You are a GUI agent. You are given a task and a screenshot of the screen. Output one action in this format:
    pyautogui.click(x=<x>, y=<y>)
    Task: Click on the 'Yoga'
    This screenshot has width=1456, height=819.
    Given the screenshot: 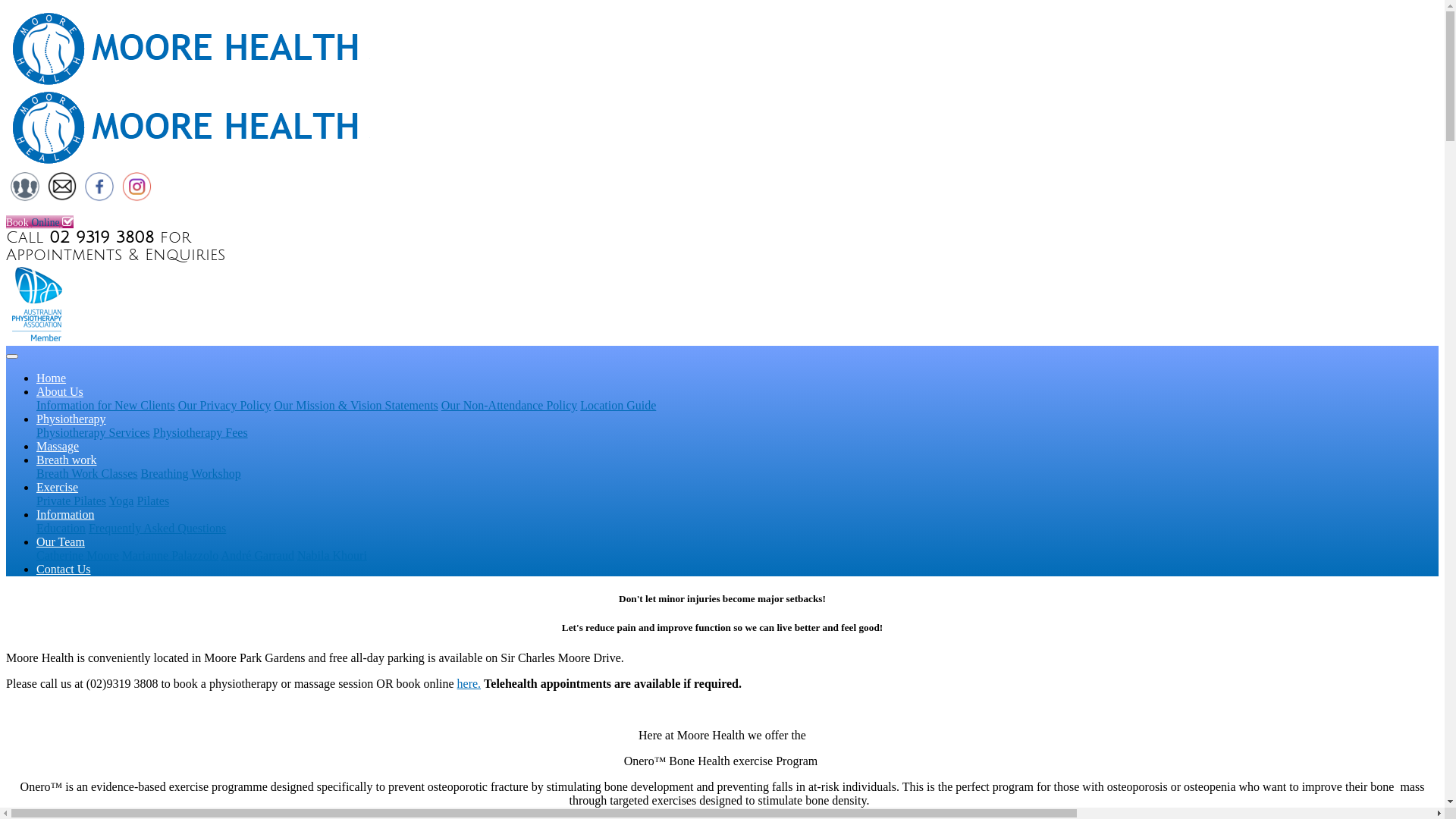 What is the action you would take?
    pyautogui.click(x=120, y=500)
    